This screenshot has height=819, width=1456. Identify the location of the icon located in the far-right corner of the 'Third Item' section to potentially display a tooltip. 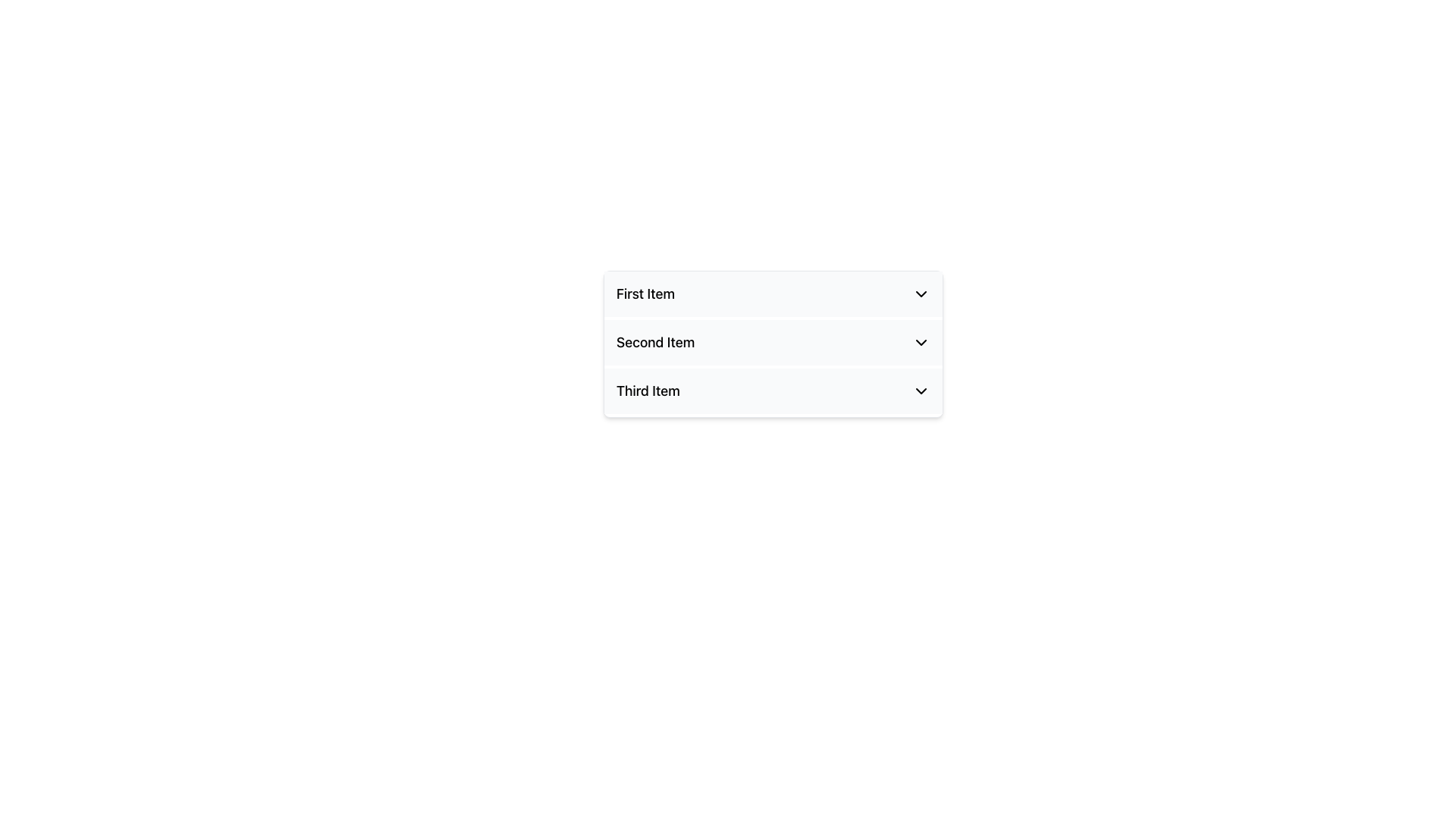
(920, 391).